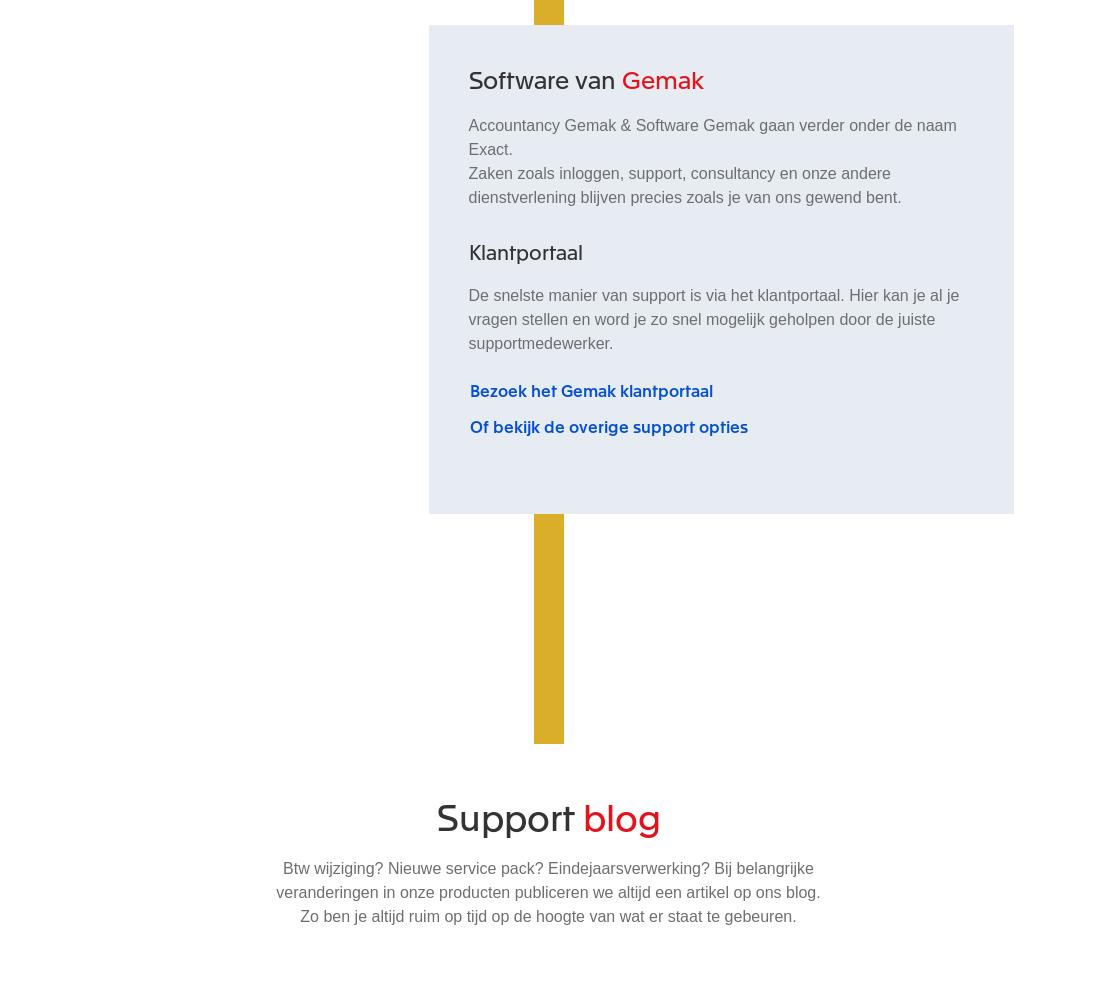  I want to click on 'blog', so click(621, 813).